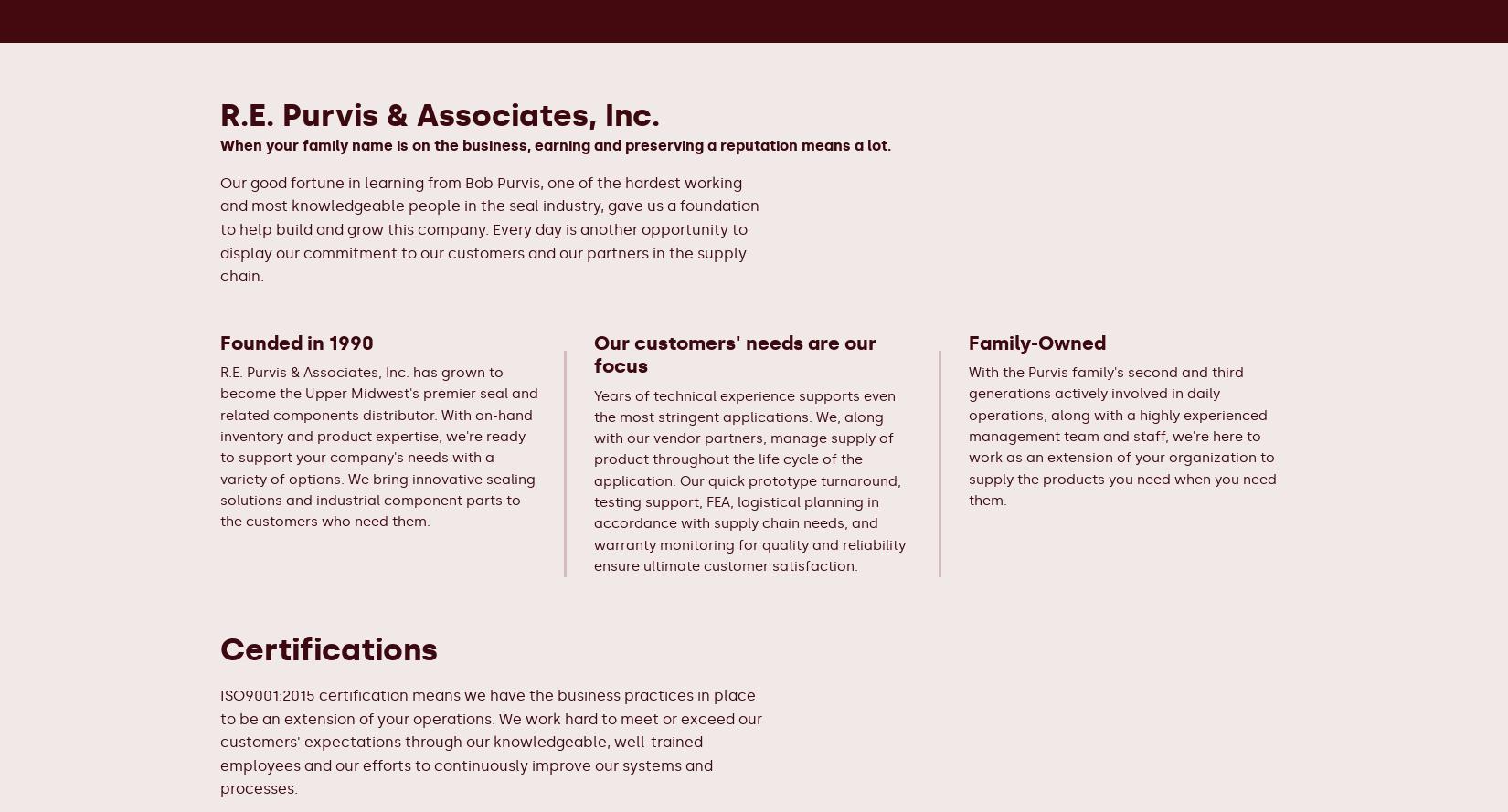 Image resolution: width=1508 pixels, height=812 pixels. I want to click on 'ISO9001:2015 certification means we have the business practices in place to be an extension of your operations. We work hard to meet or exceed our customers' expectations through our knowledgeable, well-trained employees and our efforts to continuously improve our systems and processes.', so click(220, 742).